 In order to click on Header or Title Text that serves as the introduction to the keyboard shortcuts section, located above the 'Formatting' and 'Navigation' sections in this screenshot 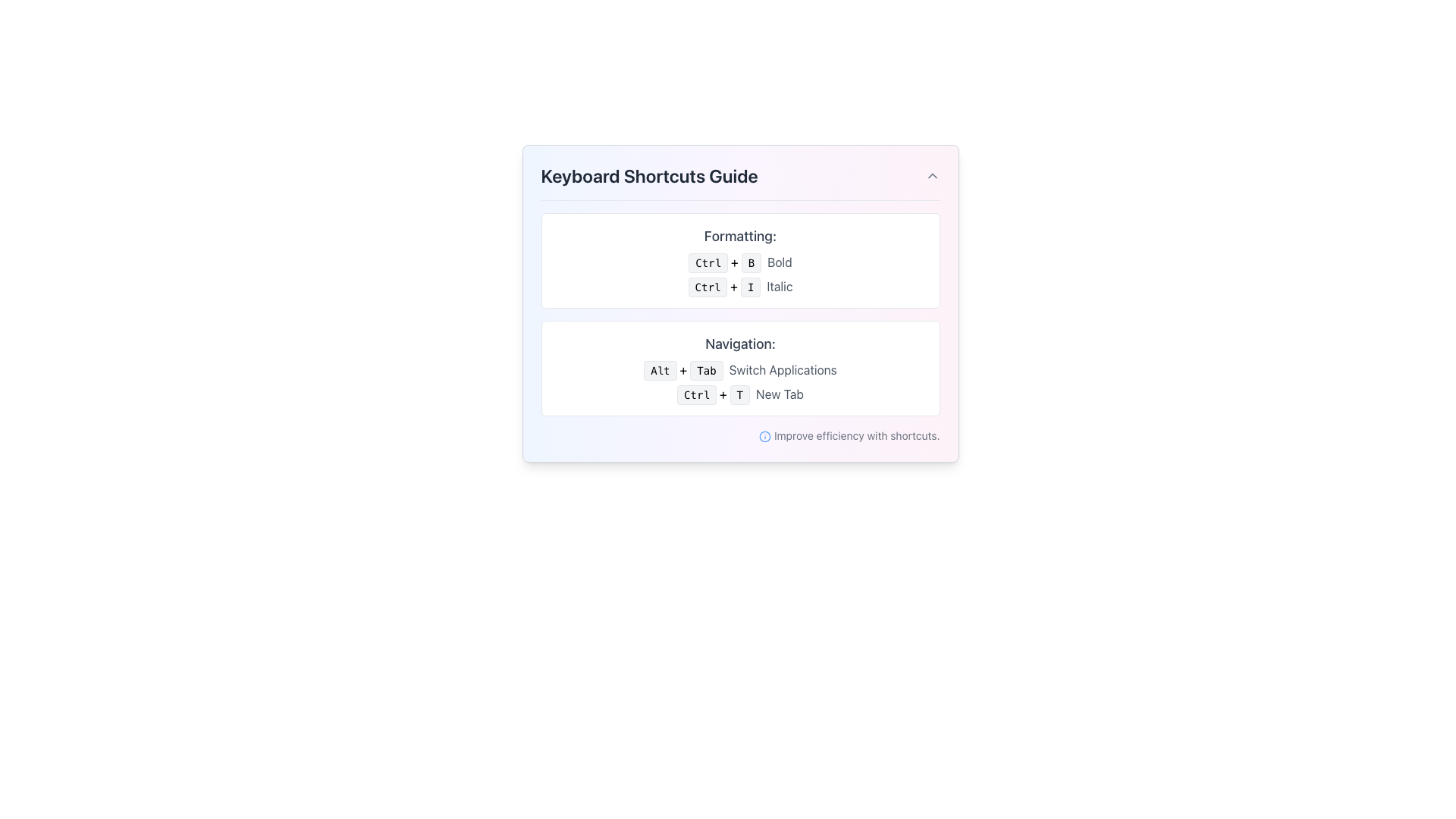, I will do `click(740, 181)`.